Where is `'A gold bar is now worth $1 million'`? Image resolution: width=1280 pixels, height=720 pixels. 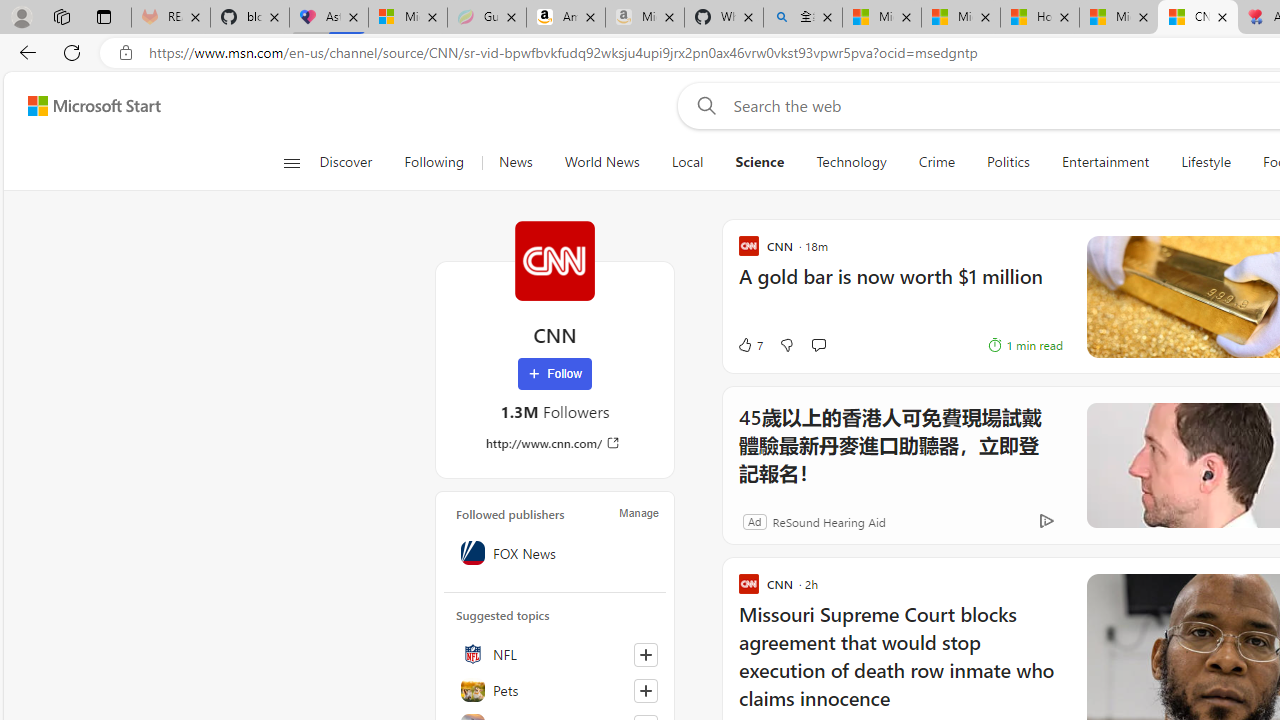 'A gold bar is now worth $1 million' is located at coordinates (899, 286).